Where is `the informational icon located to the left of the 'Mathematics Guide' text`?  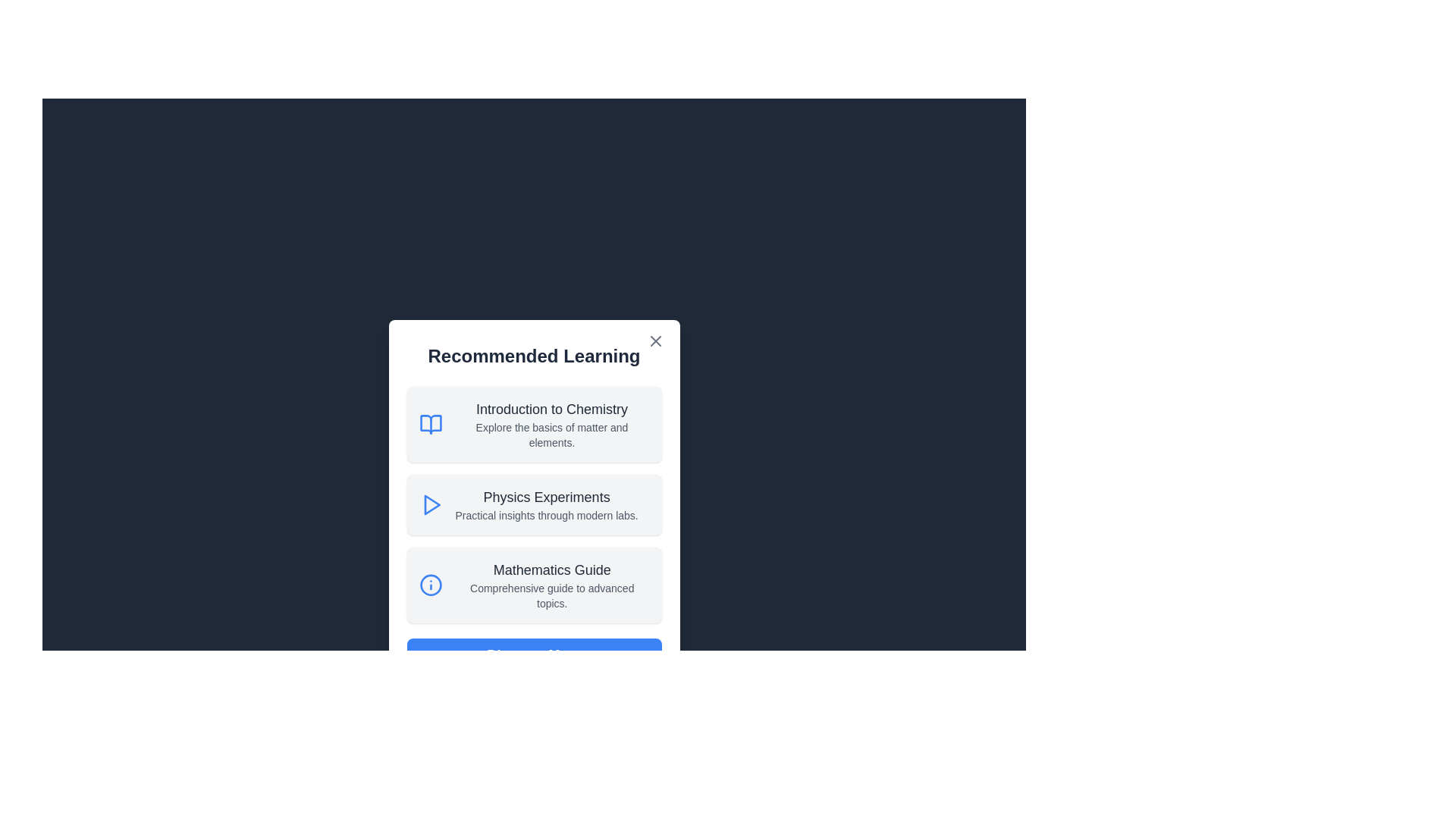
the informational icon located to the left of the 'Mathematics Guide' text is located at coordinates (430, 584).